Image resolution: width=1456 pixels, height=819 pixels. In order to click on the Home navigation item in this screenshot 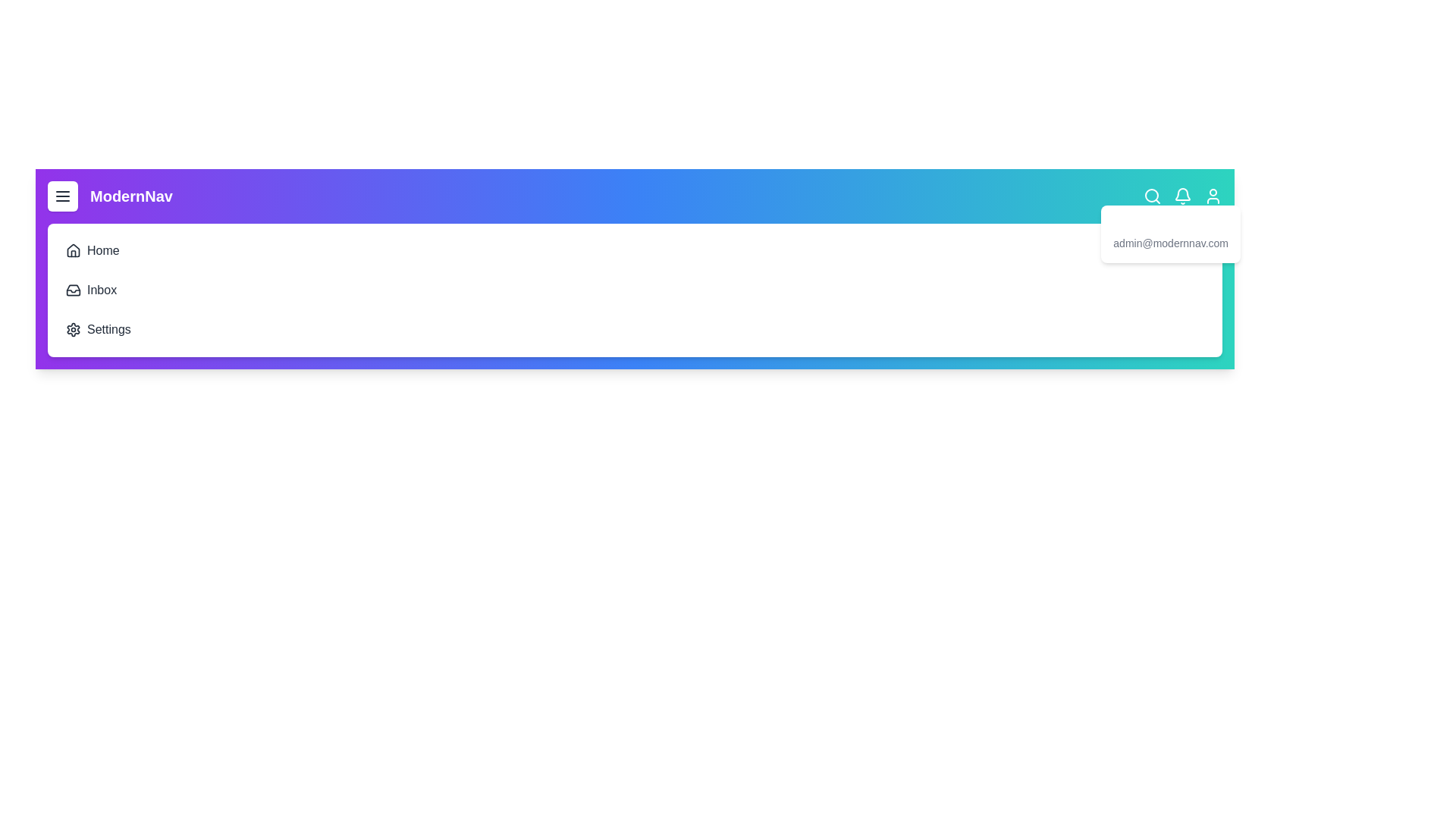, I will do `click(75, 242)`.